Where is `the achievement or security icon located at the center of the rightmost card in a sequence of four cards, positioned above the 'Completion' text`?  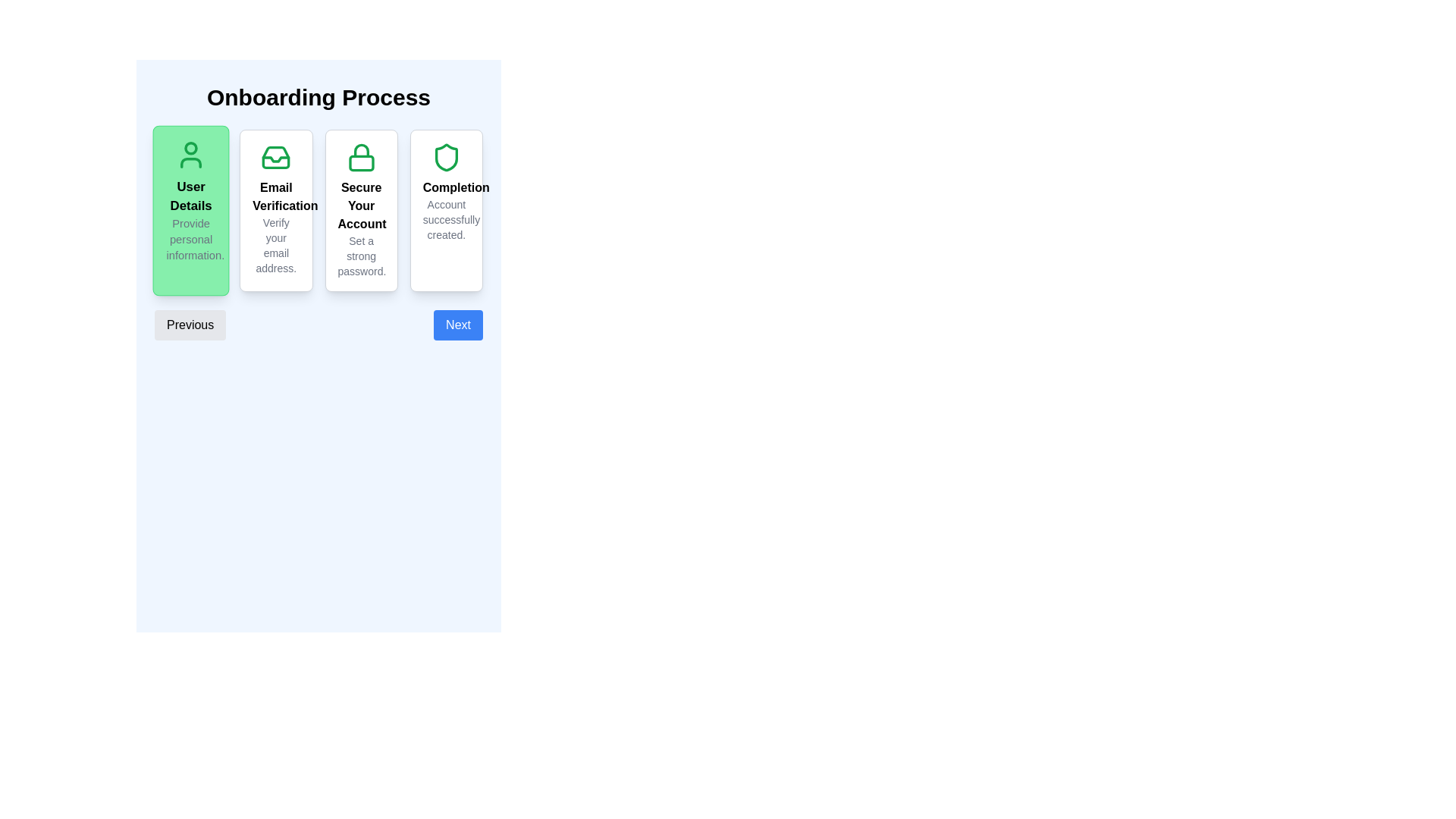
the achievement or security icon located at the center of the rightmost card in a sequence of four cards, positioned above the 'Completion' text is located at coordinates (445, 158).